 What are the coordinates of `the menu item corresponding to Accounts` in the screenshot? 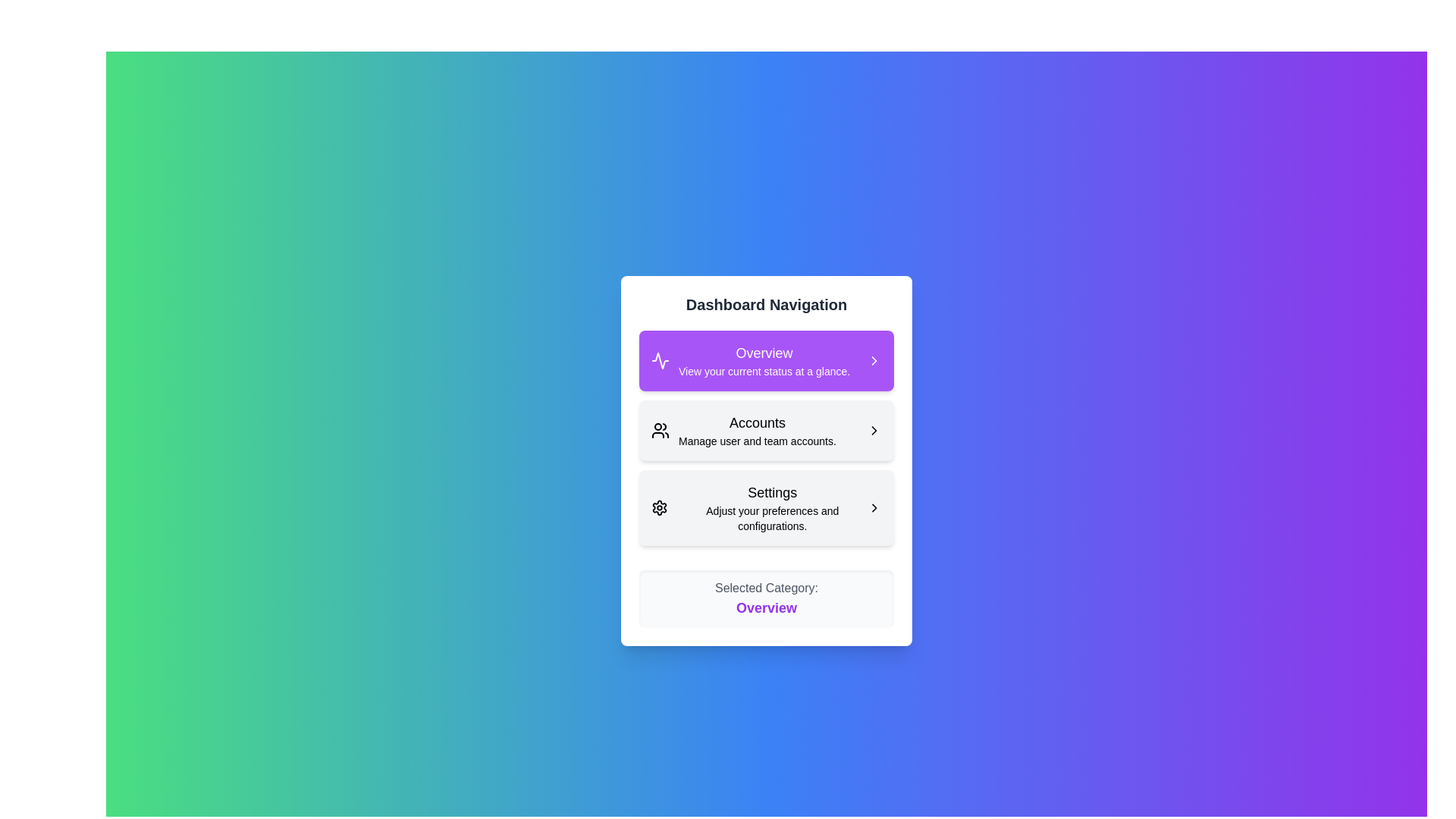 It's located at (767, 430).